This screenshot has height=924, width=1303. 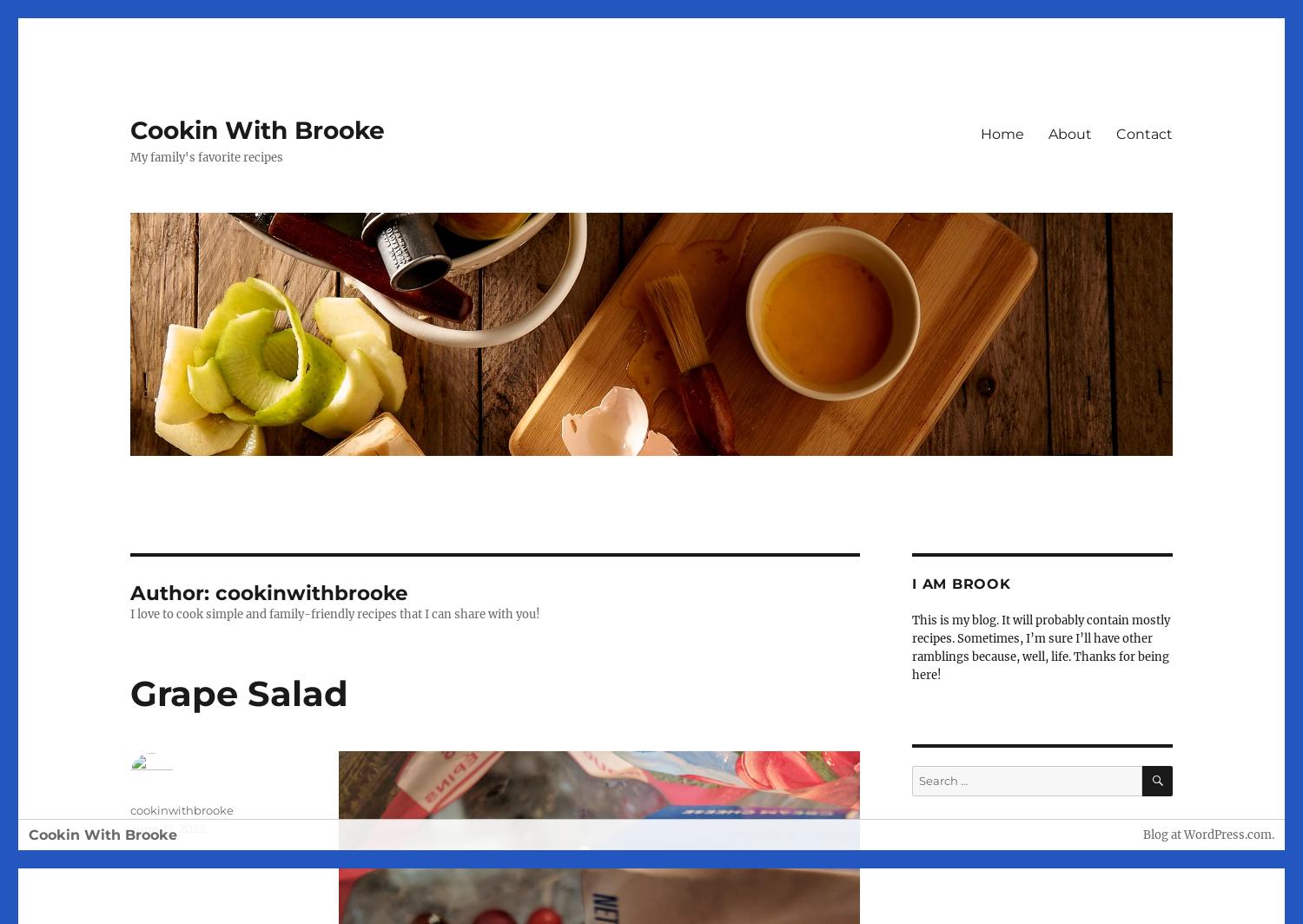 I want to click on 'I Am Brook', so click(x=960, y=584).